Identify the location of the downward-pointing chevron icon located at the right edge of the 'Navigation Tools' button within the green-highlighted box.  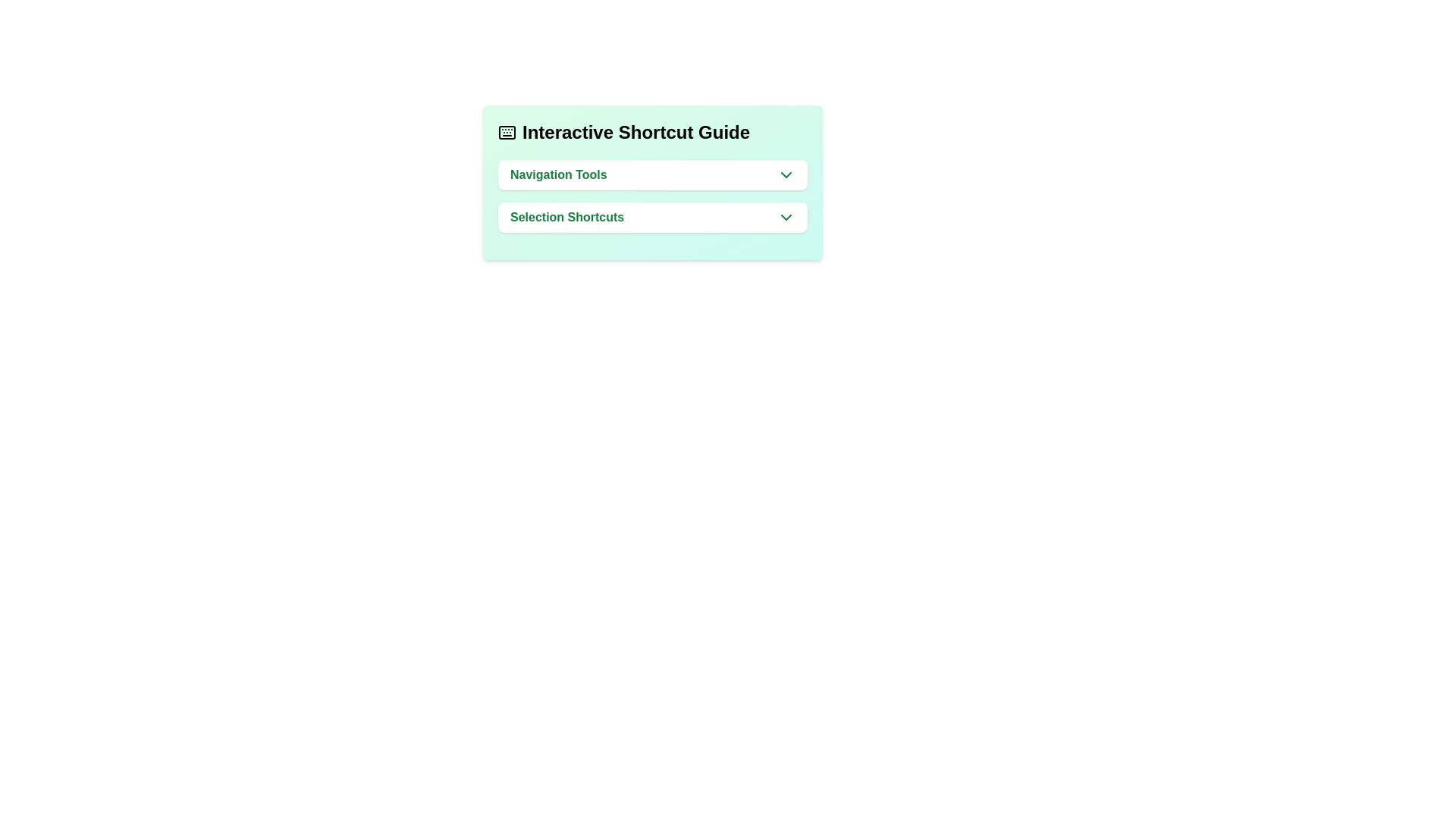
(786, 174).